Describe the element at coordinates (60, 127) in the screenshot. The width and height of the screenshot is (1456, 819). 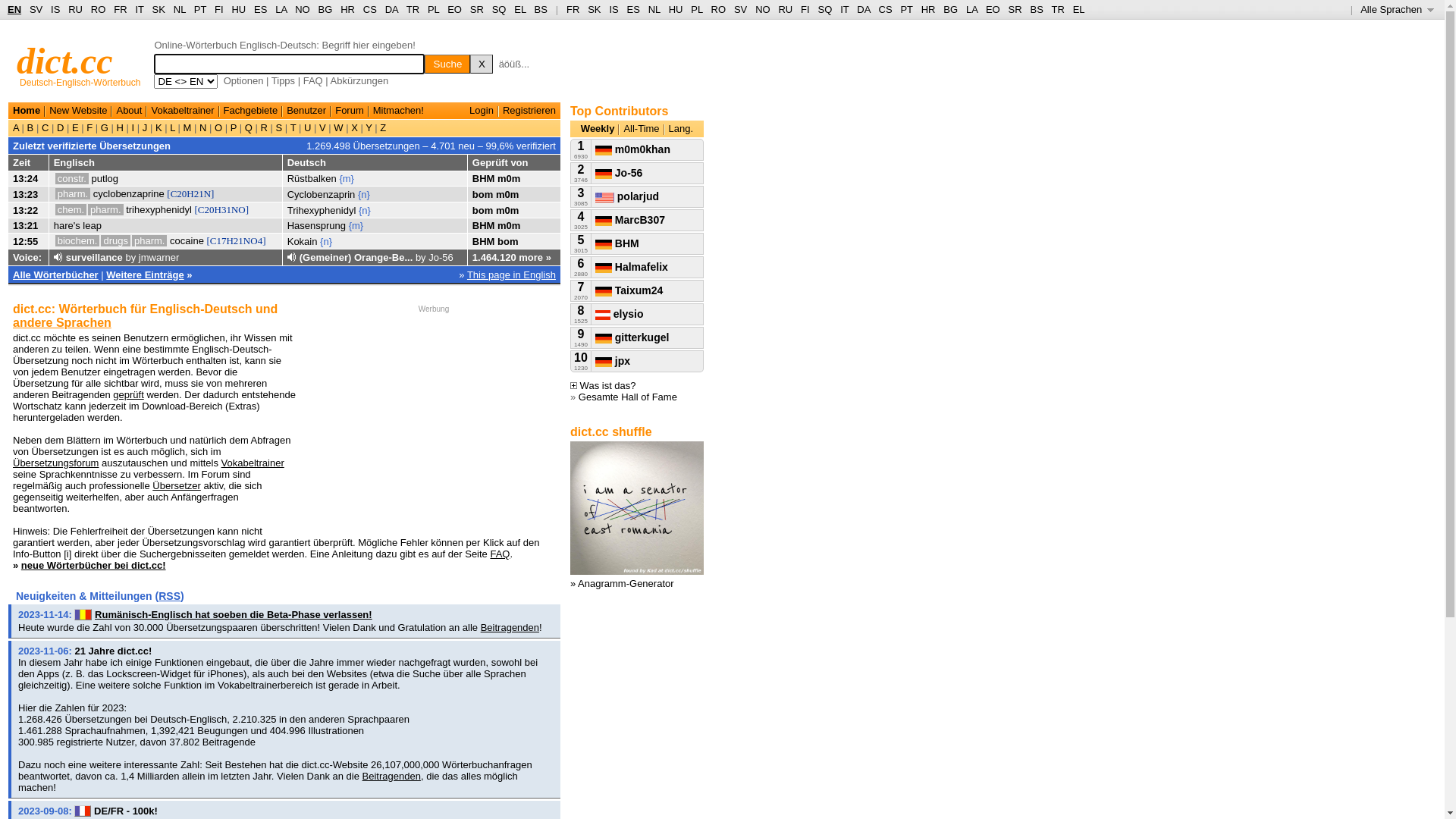
I see `'D'` at that location.